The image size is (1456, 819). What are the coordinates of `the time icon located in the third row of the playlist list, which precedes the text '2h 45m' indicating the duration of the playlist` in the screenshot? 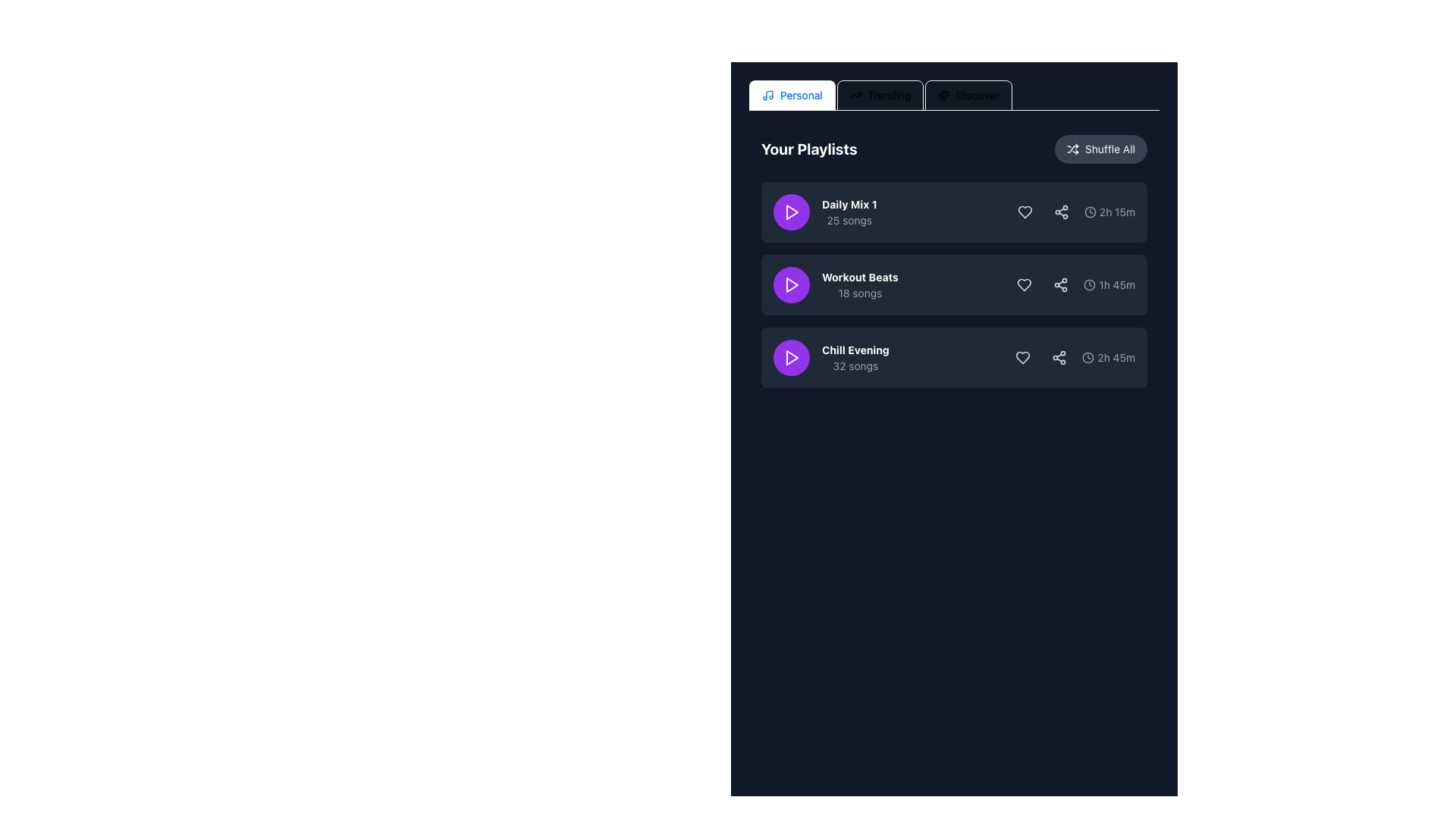 It's located at (1087, 357).